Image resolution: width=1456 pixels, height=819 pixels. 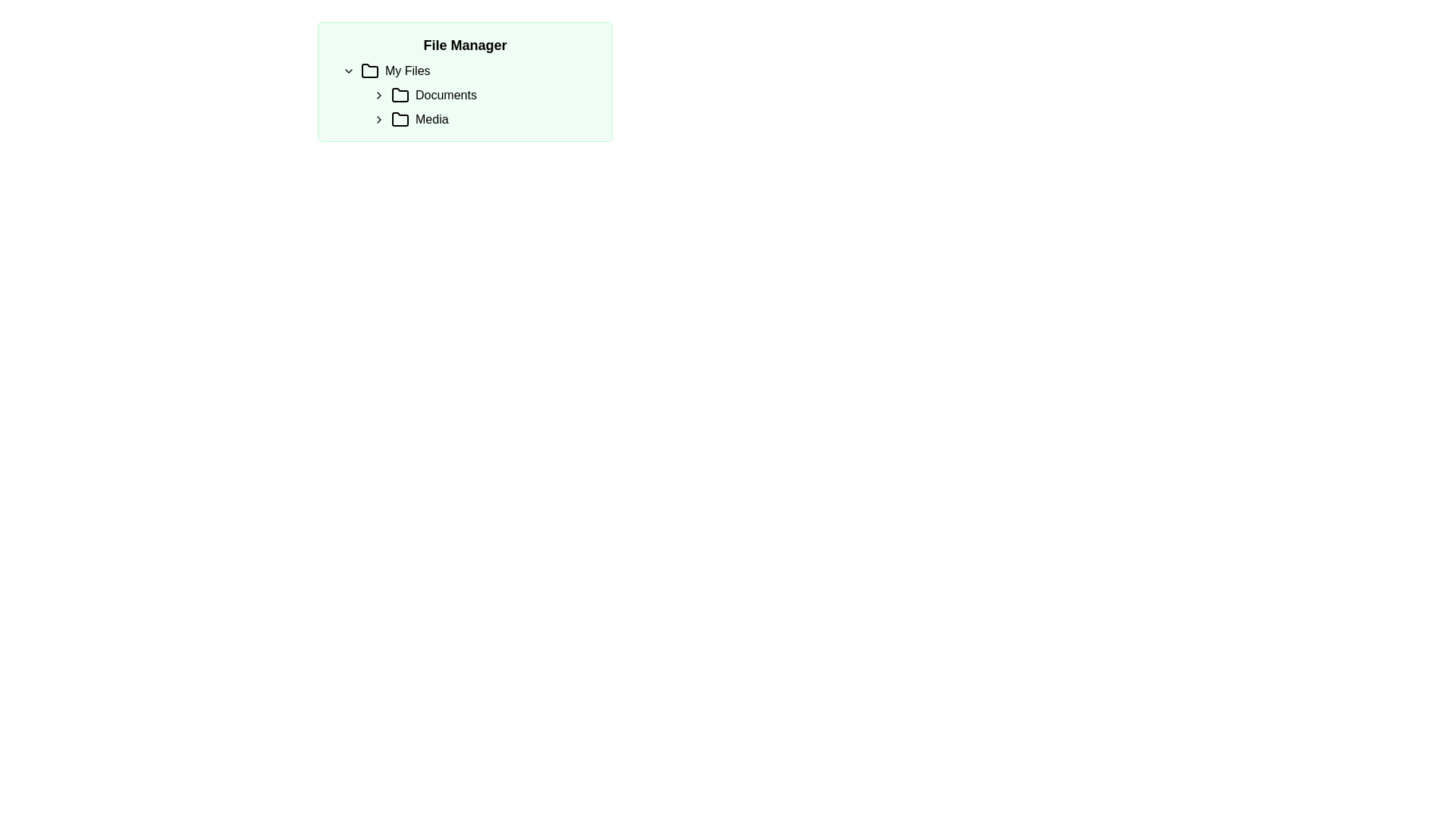 I want to click on the 'Documents' text label element, which is styled with a standard font and positioned to the right of a folder icon under the 'My Files' section of the 'File Manager', so click(x=445, y=96).